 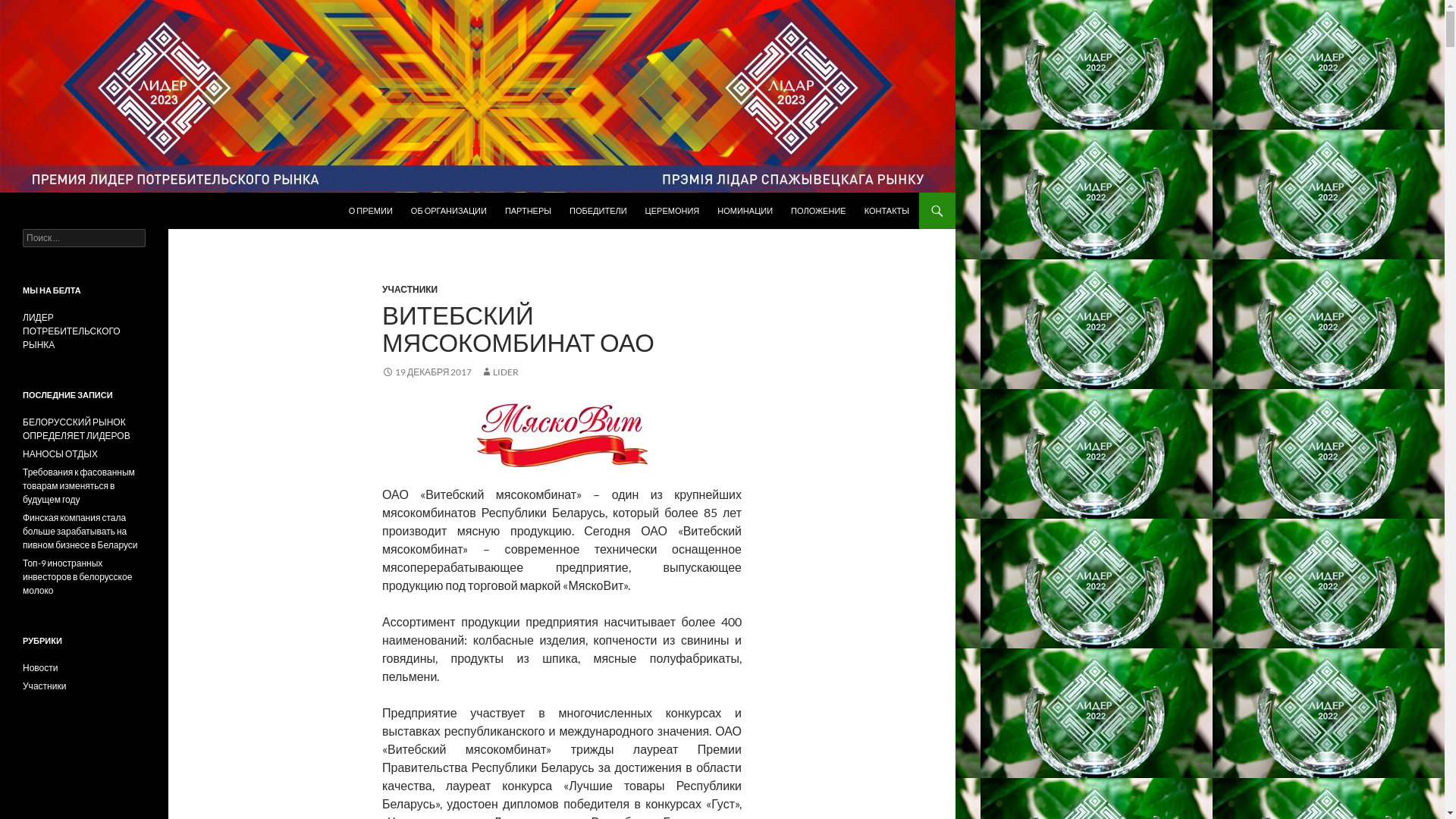 I want to click on 'LIDER', so click(x=499, y=372).